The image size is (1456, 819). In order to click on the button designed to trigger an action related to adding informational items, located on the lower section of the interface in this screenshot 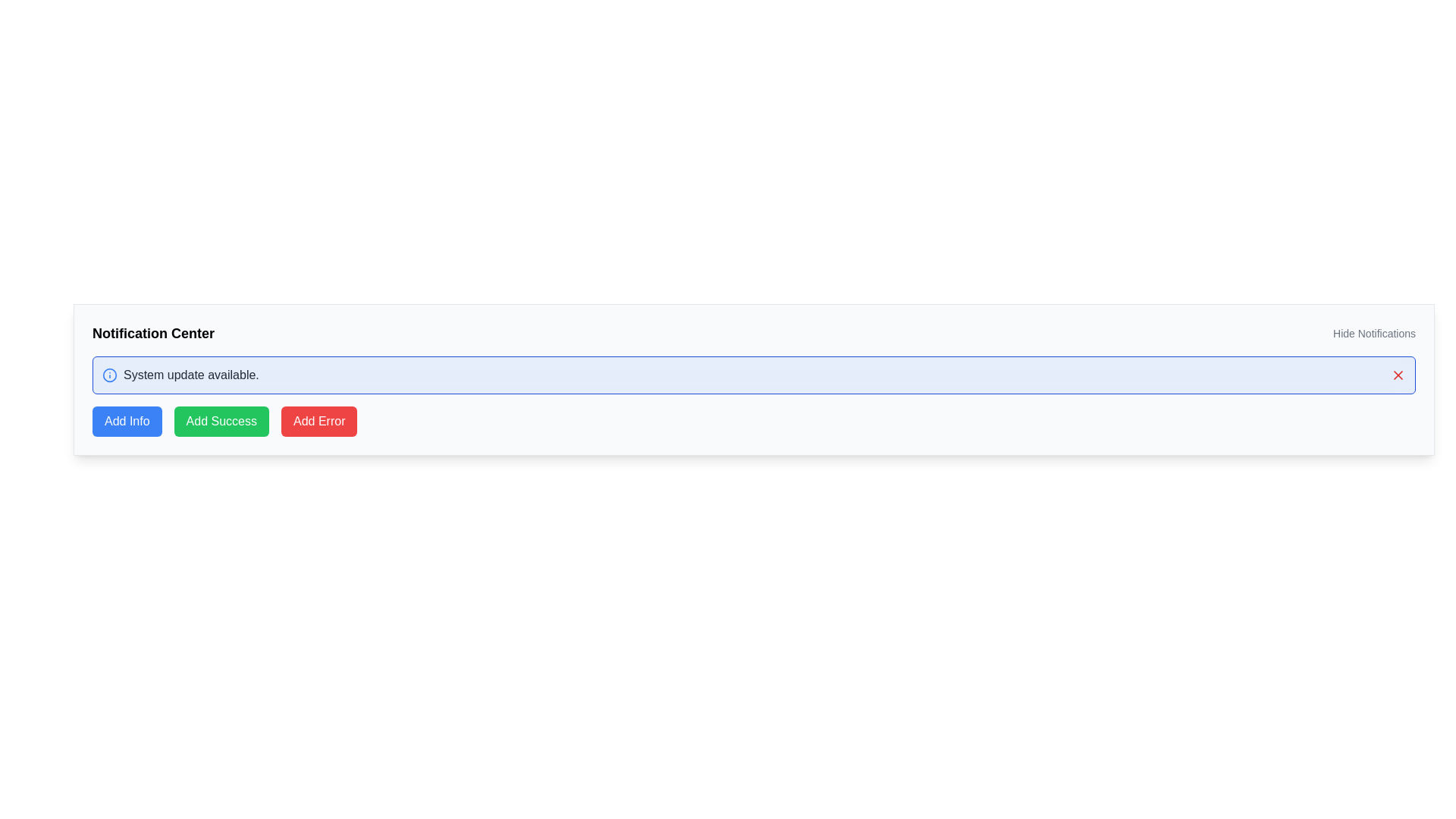, I will do `click(127, 421)`.